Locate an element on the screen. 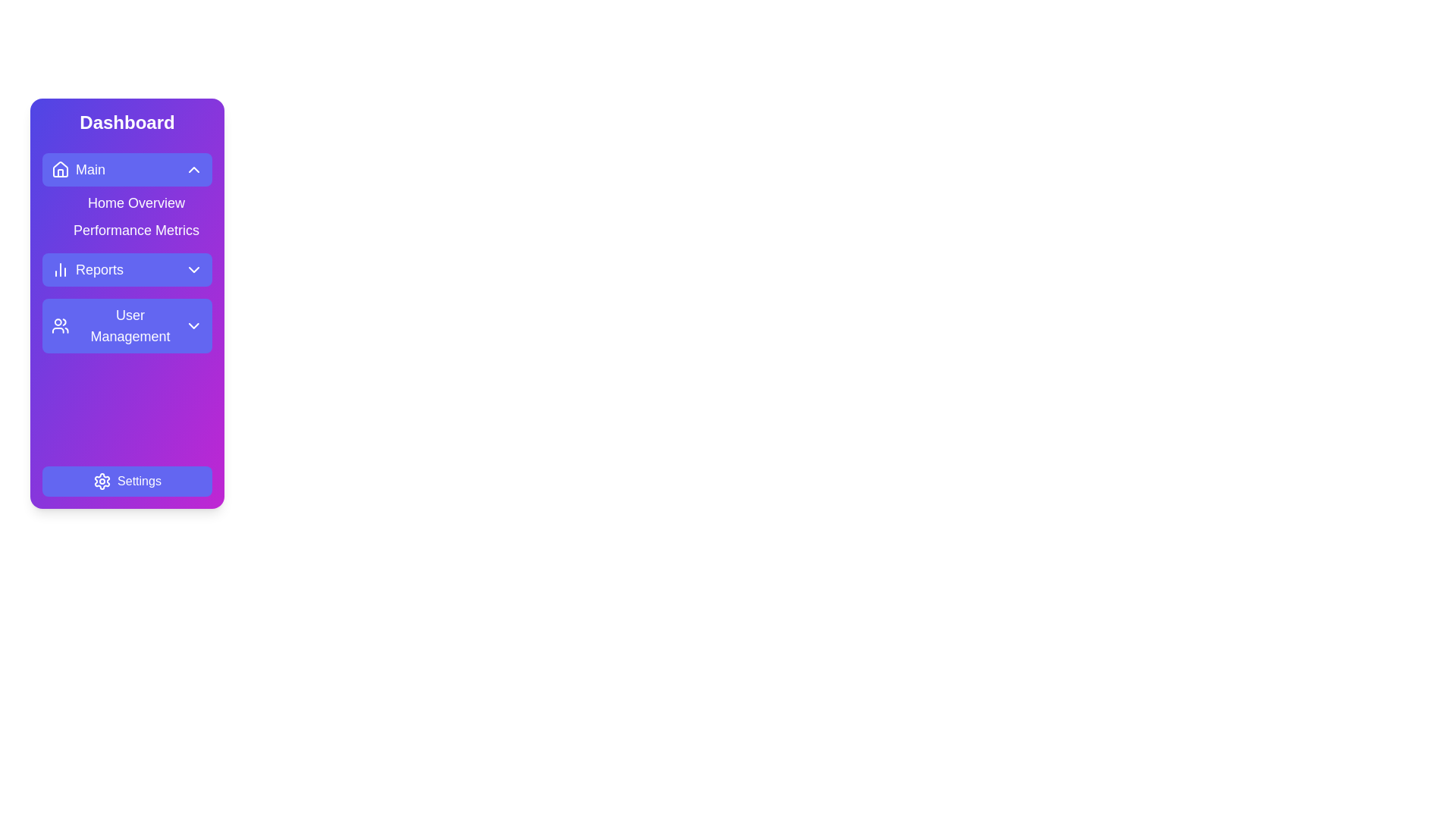  the gear icon representing settings is located at coordinates (102, 482).